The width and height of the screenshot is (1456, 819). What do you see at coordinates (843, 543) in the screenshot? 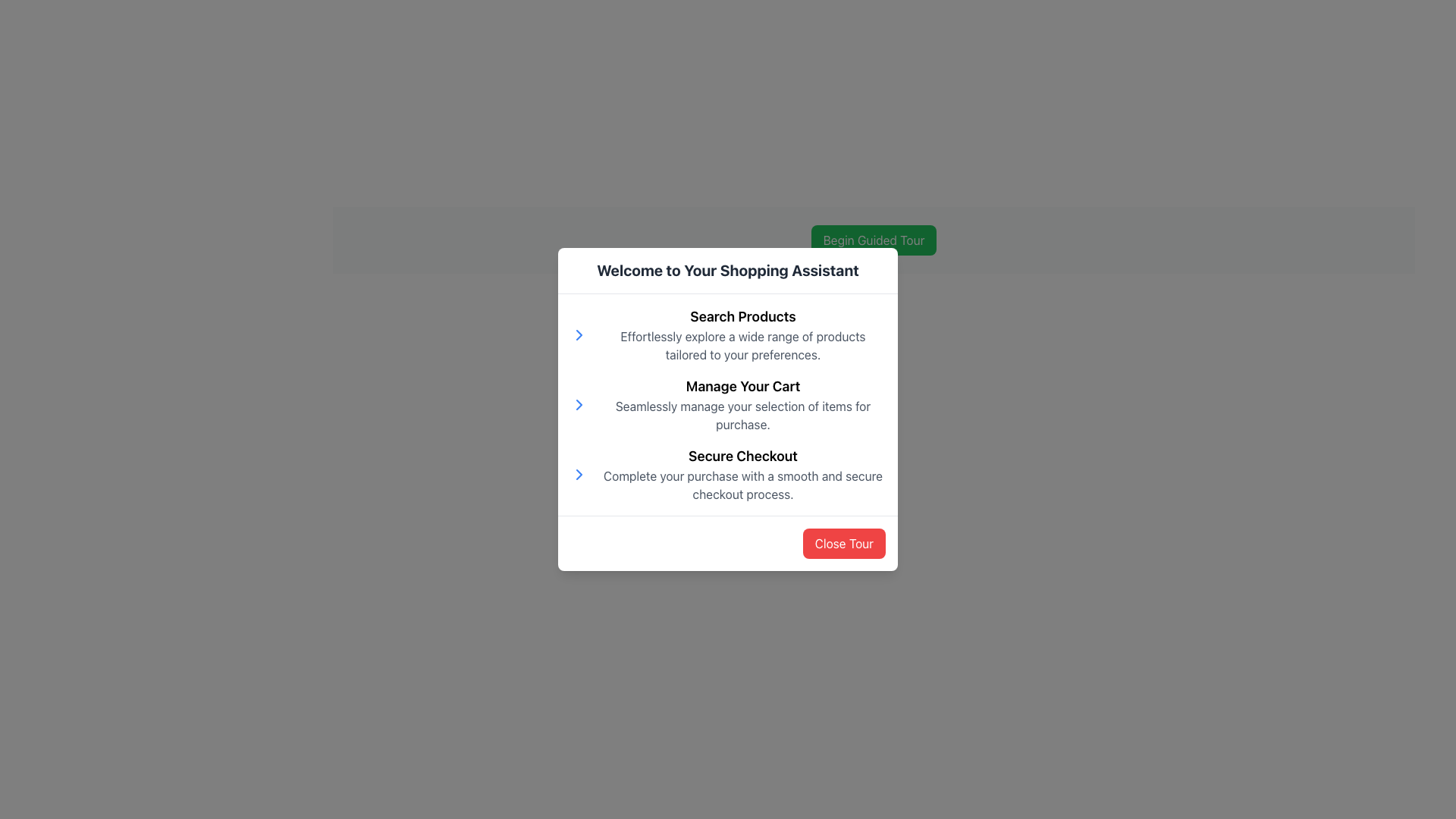
I see `the close button located at the bottom-right of the dialog box to trigger visual feedback` at bounding box center [843, 543].